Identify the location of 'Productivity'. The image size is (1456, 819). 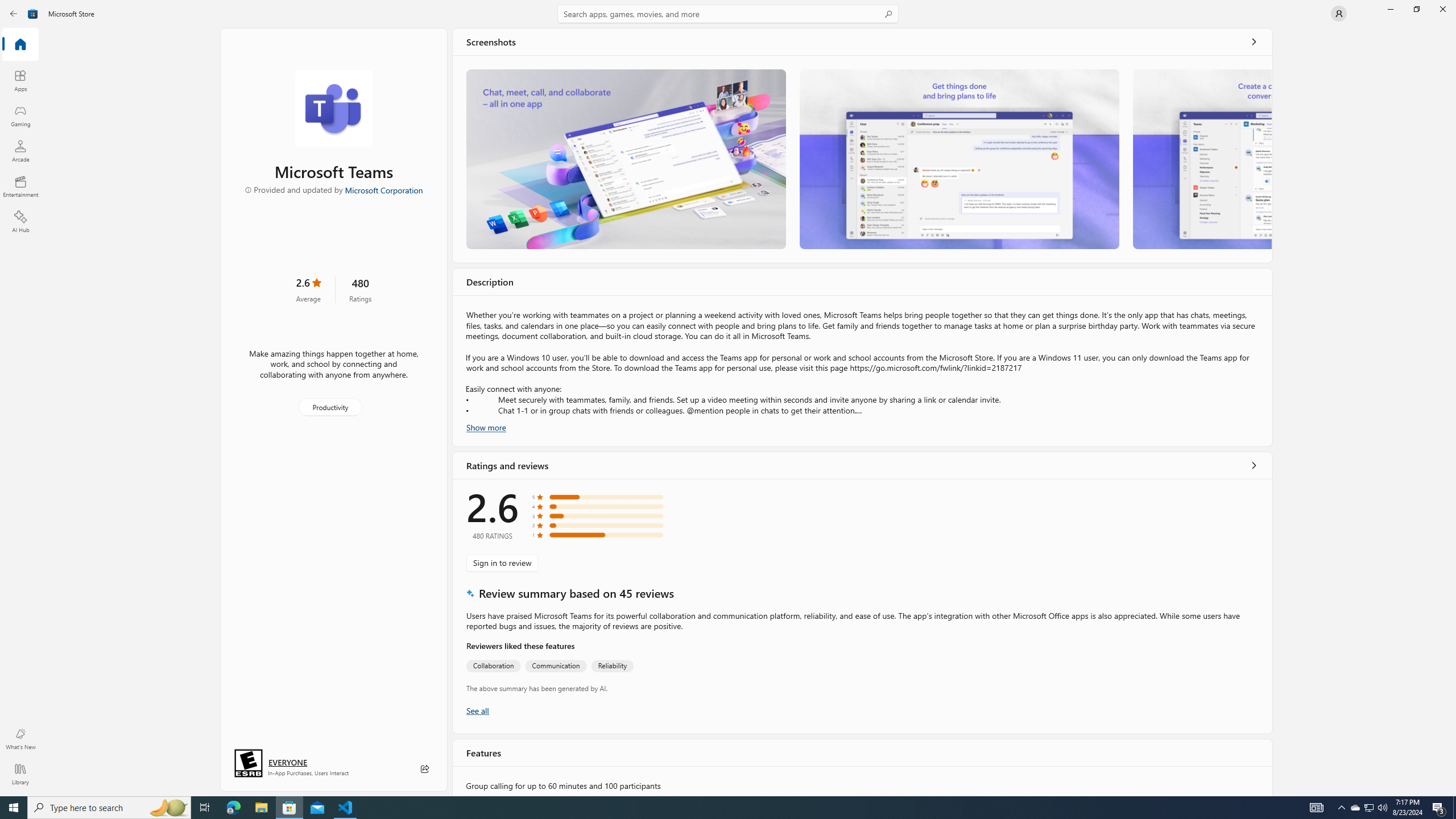
(329, 406).